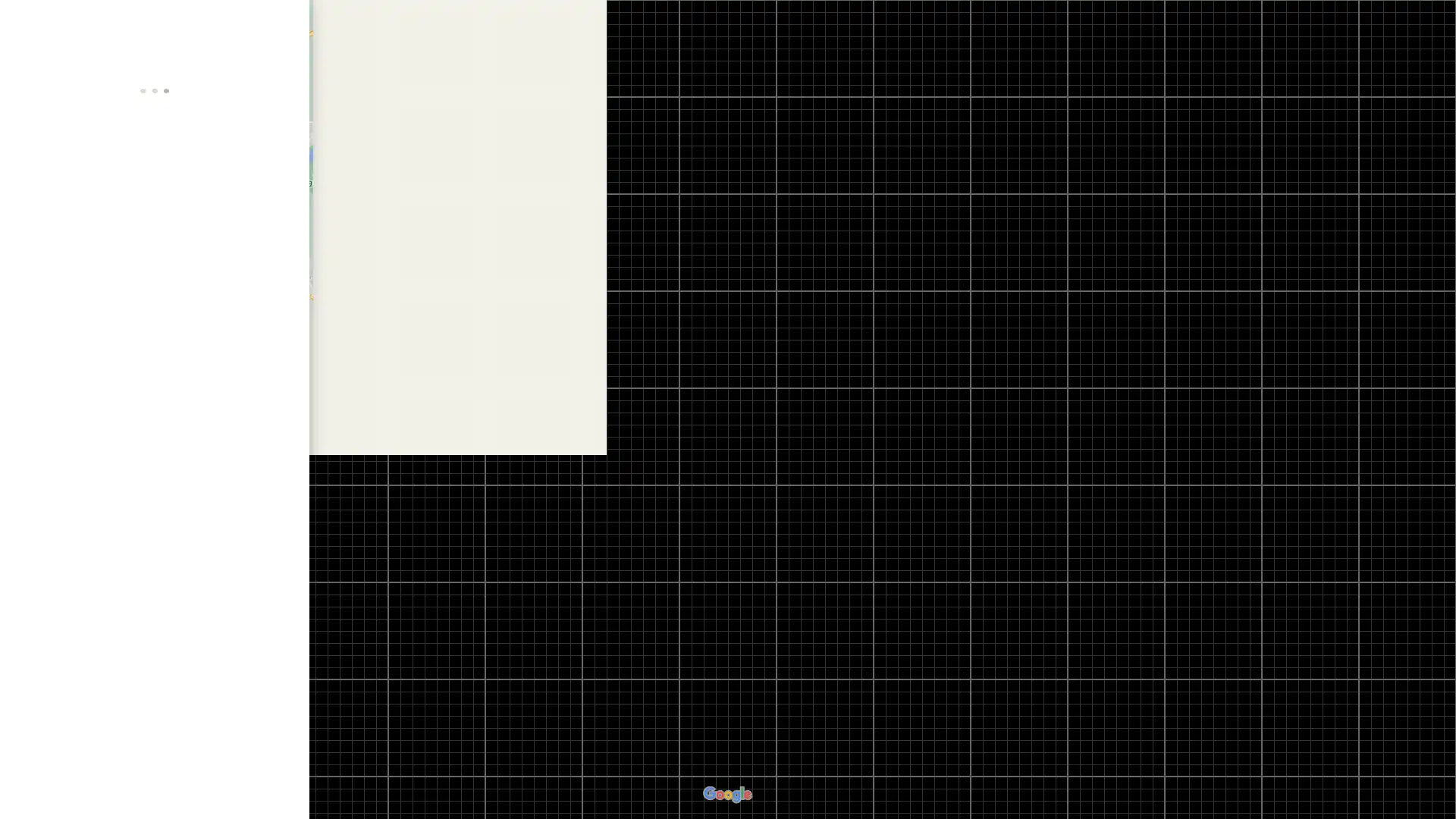 This screenshot has width=1456, height=819. What do you see at coordinates (155, 526) in the screenshot?
I see `Suggest an edit` at bounding box center [155, 526].